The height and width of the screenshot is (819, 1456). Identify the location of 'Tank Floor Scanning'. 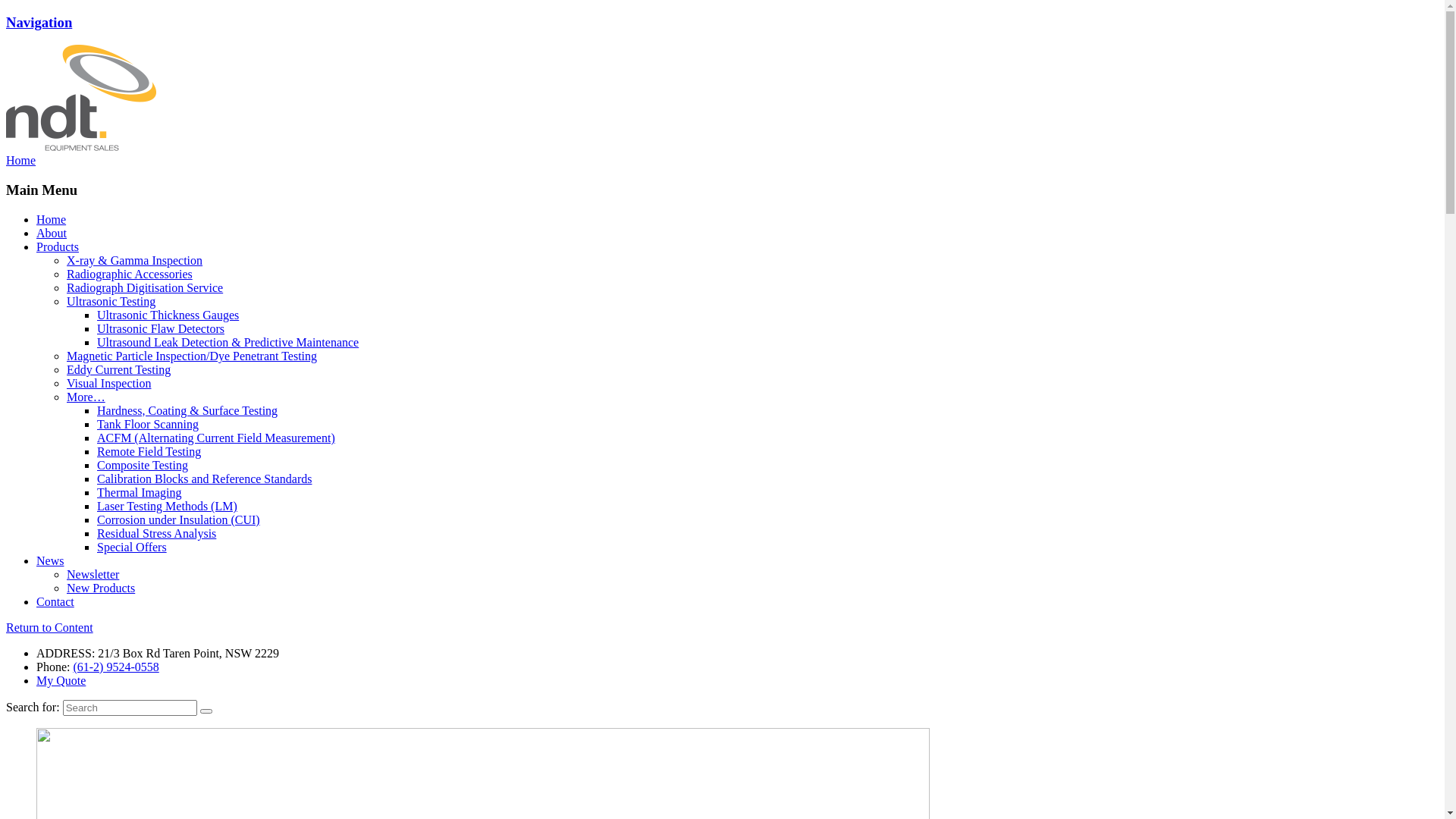
(148, 424).